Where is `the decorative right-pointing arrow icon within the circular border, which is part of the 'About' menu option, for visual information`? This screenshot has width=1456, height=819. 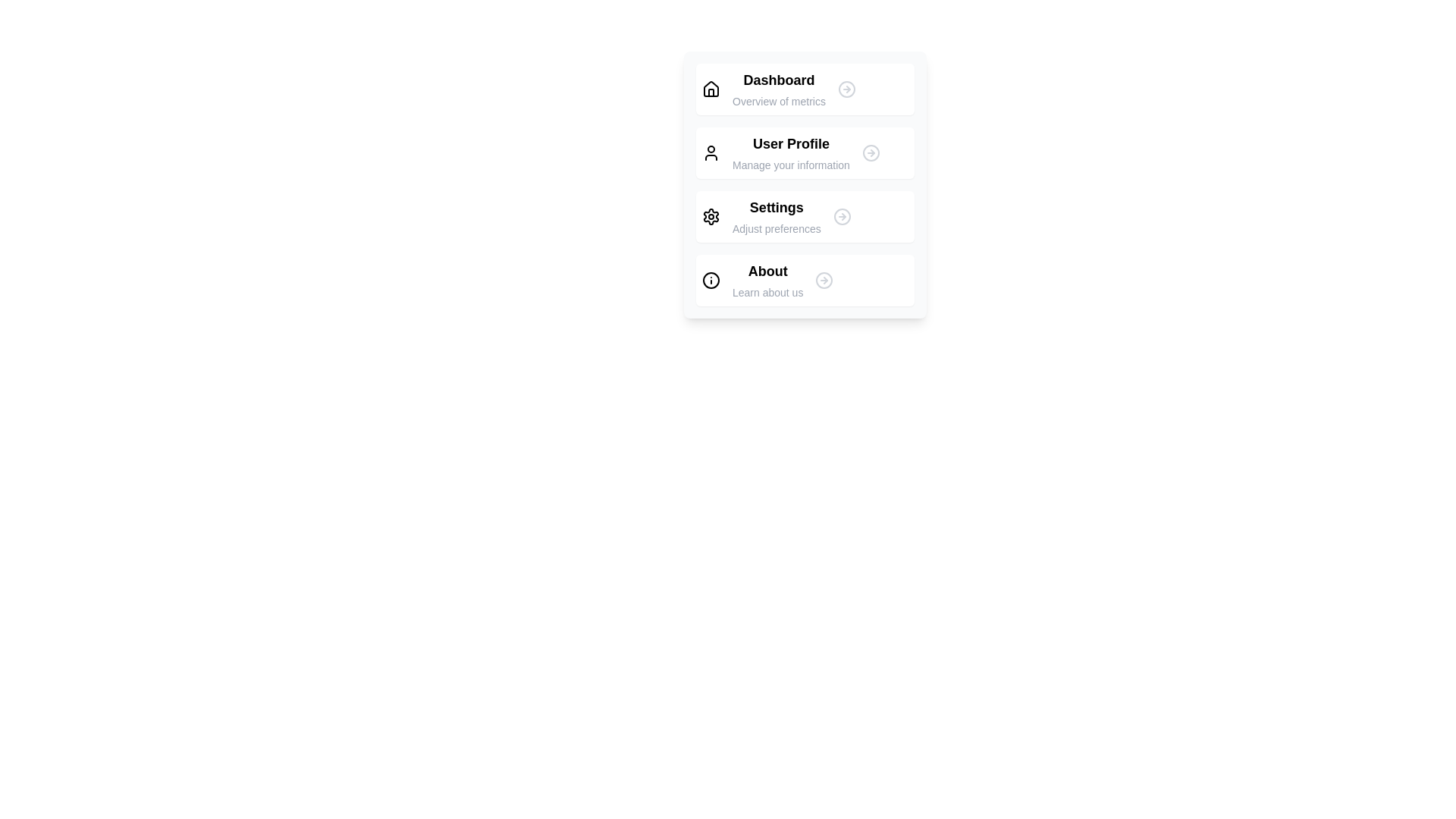 the decorative right-pointing arrow icon within the circular border, which is part of the 'About' menu option, for visual information is located at coordinates (824, 281).